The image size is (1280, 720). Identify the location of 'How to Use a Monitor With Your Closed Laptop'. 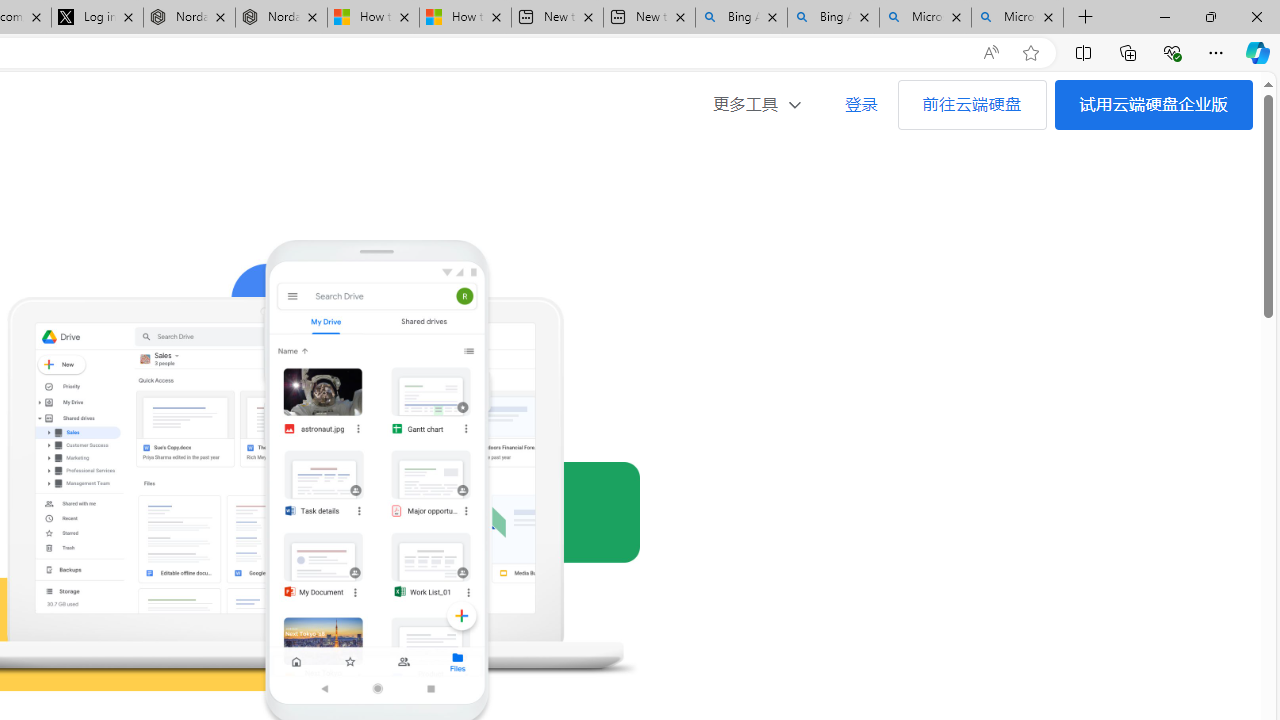
(464, 17).